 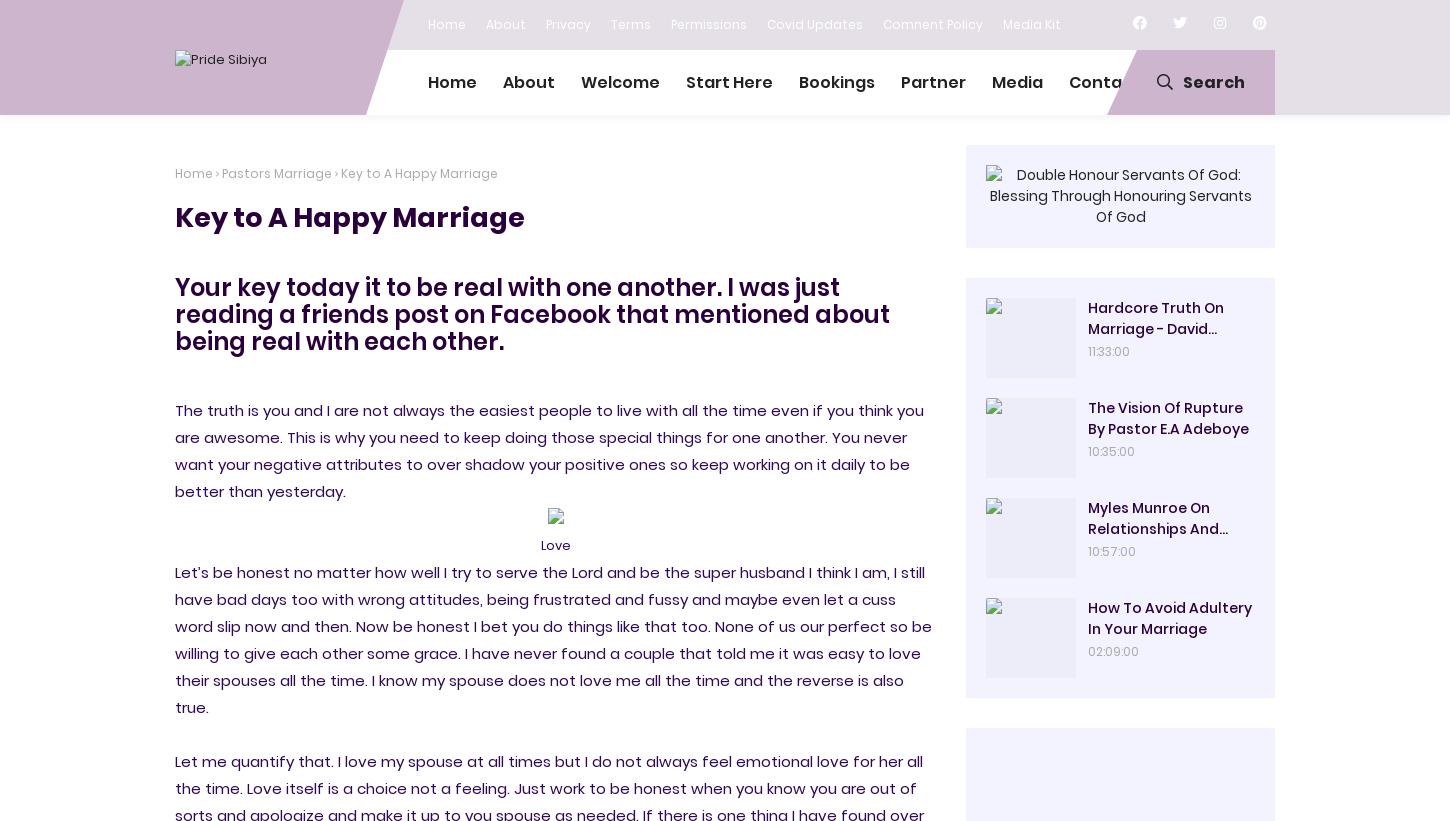 What do you see at coordinates (1112, 650) in the screenshot?
I see `'02:09:00'` at bounding box center [1112, 650].